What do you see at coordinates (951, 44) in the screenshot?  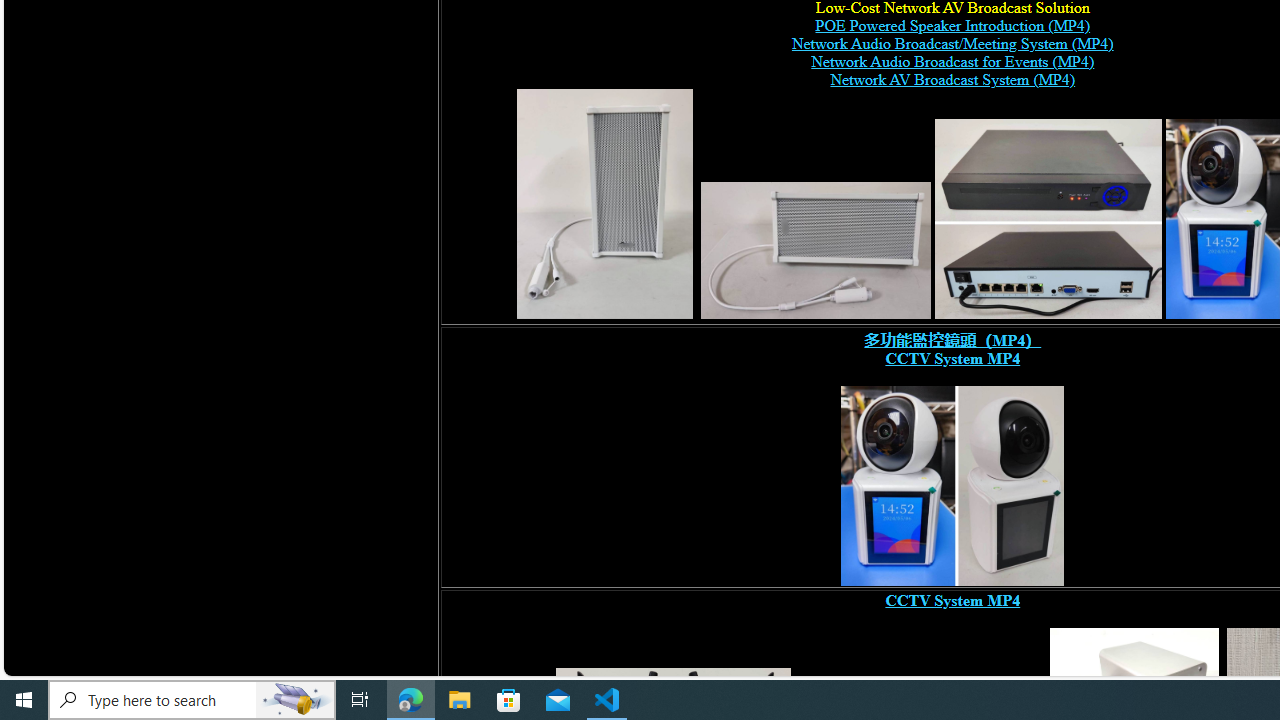 I see `'Network Audio Broadcast/Meeting System (MP4)'` at bounding box center [951, 44].